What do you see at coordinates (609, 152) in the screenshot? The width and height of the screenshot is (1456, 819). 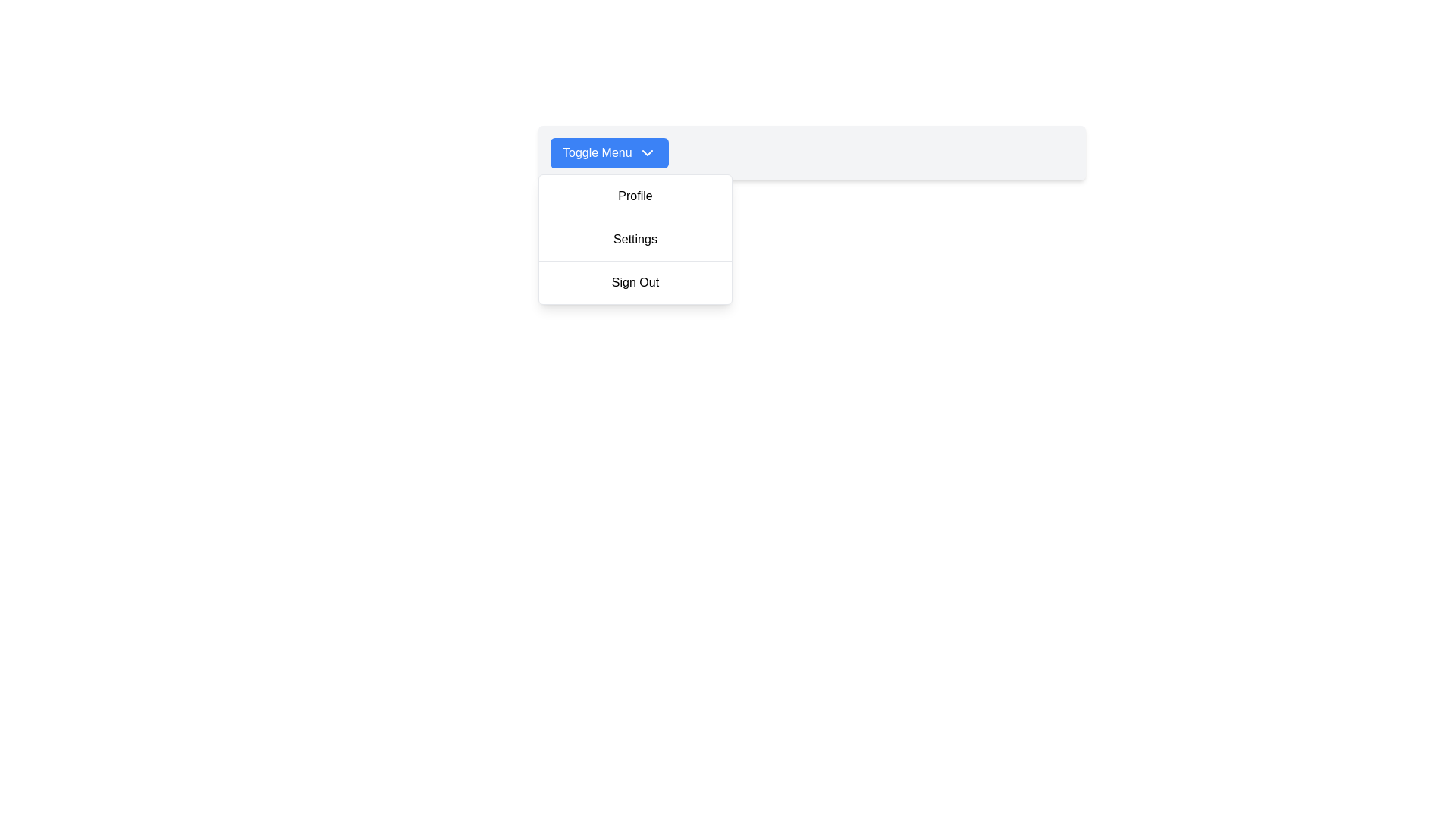 I see `the blue rectangular button labeled 'Toggle Menu'` at bounding box center [609, 152].